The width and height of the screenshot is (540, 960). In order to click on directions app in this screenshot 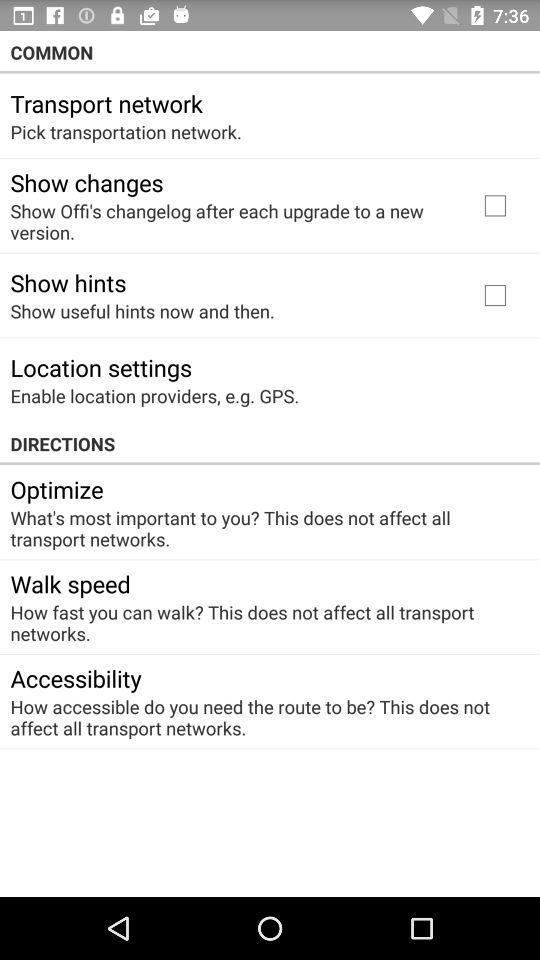, I will do `click(270, 444)`.